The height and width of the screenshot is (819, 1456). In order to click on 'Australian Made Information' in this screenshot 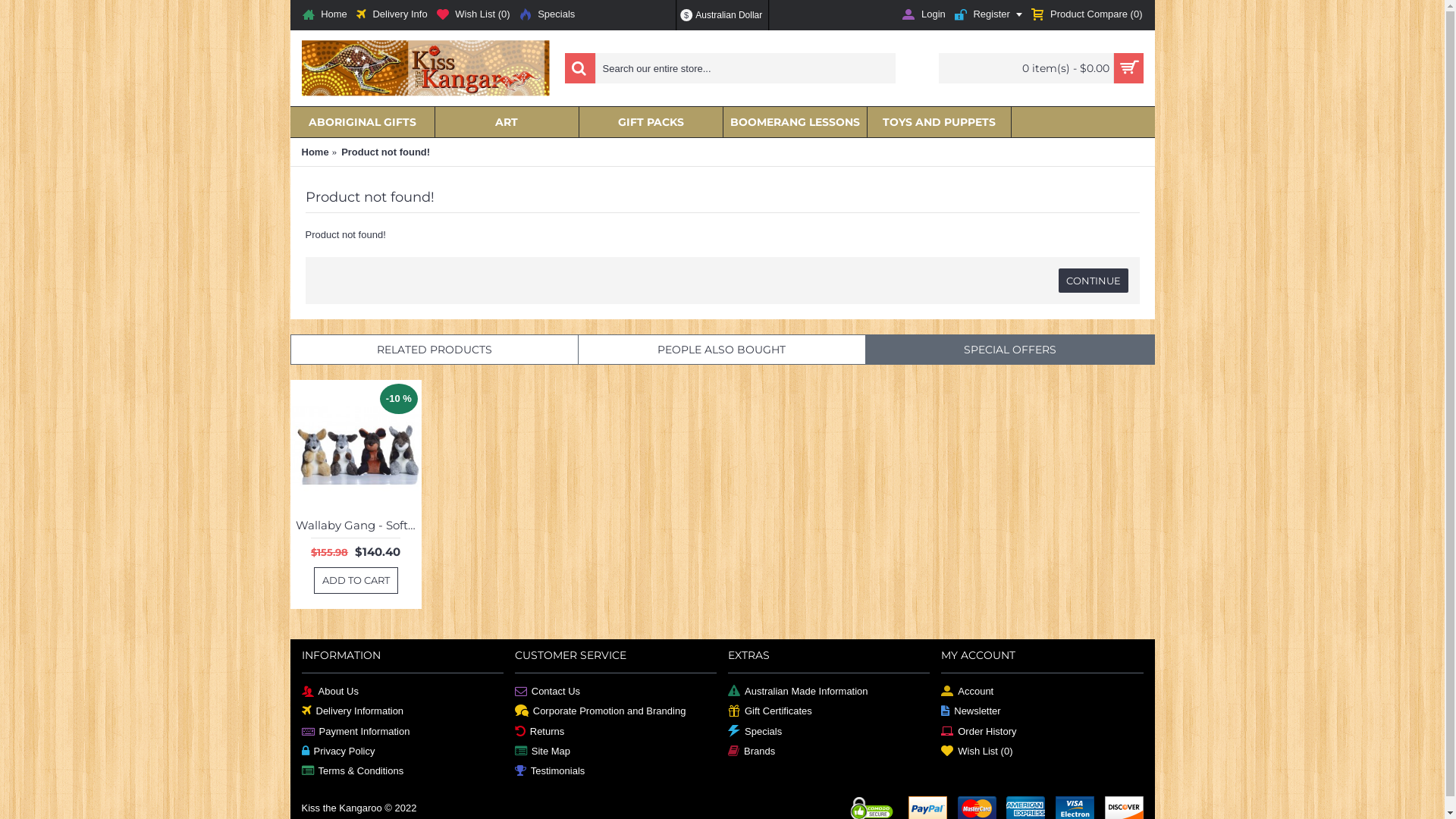, I will do `click(828, 691)`.